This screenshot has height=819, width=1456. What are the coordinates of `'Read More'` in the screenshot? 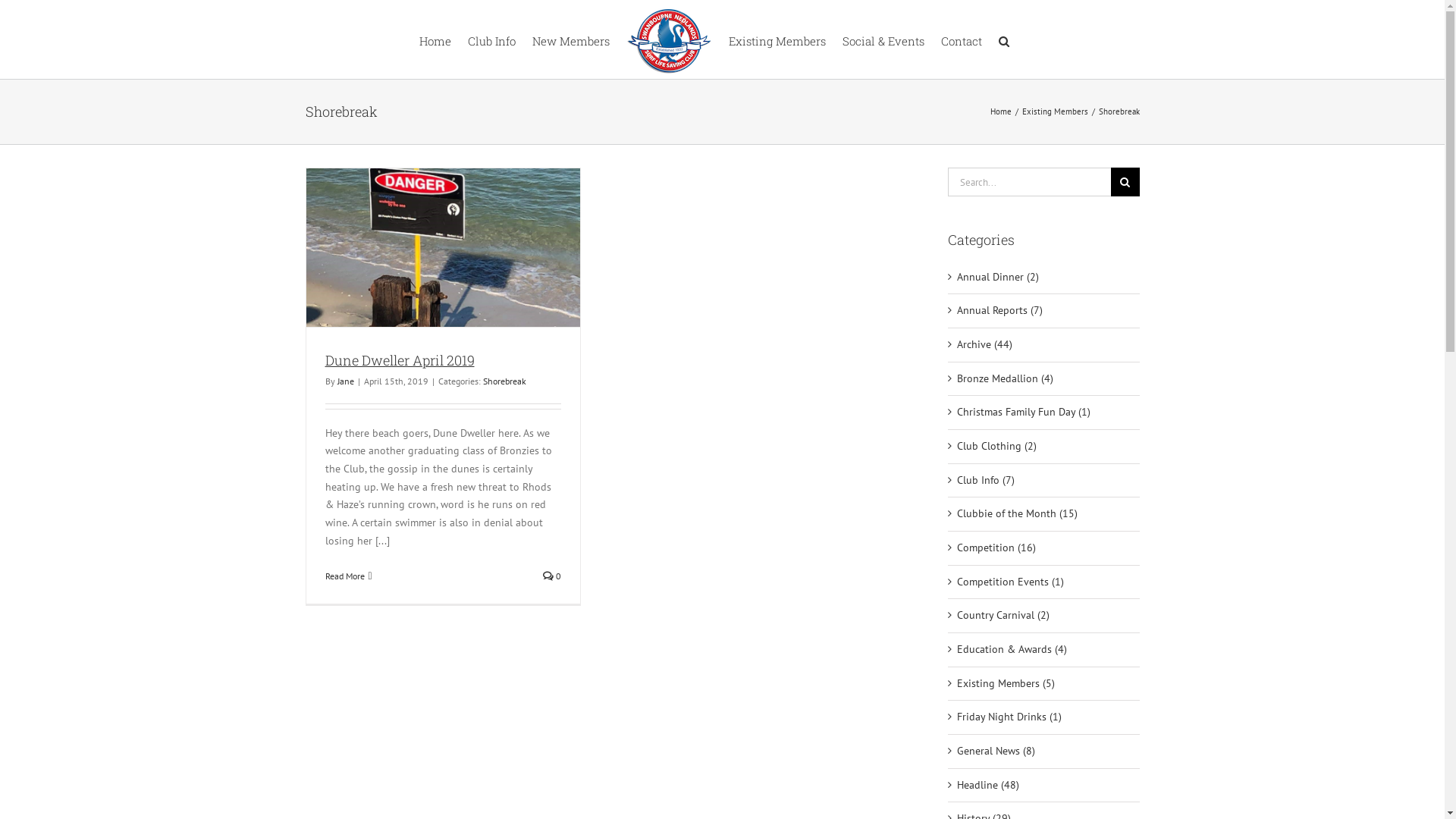 It's located at (344, 576).